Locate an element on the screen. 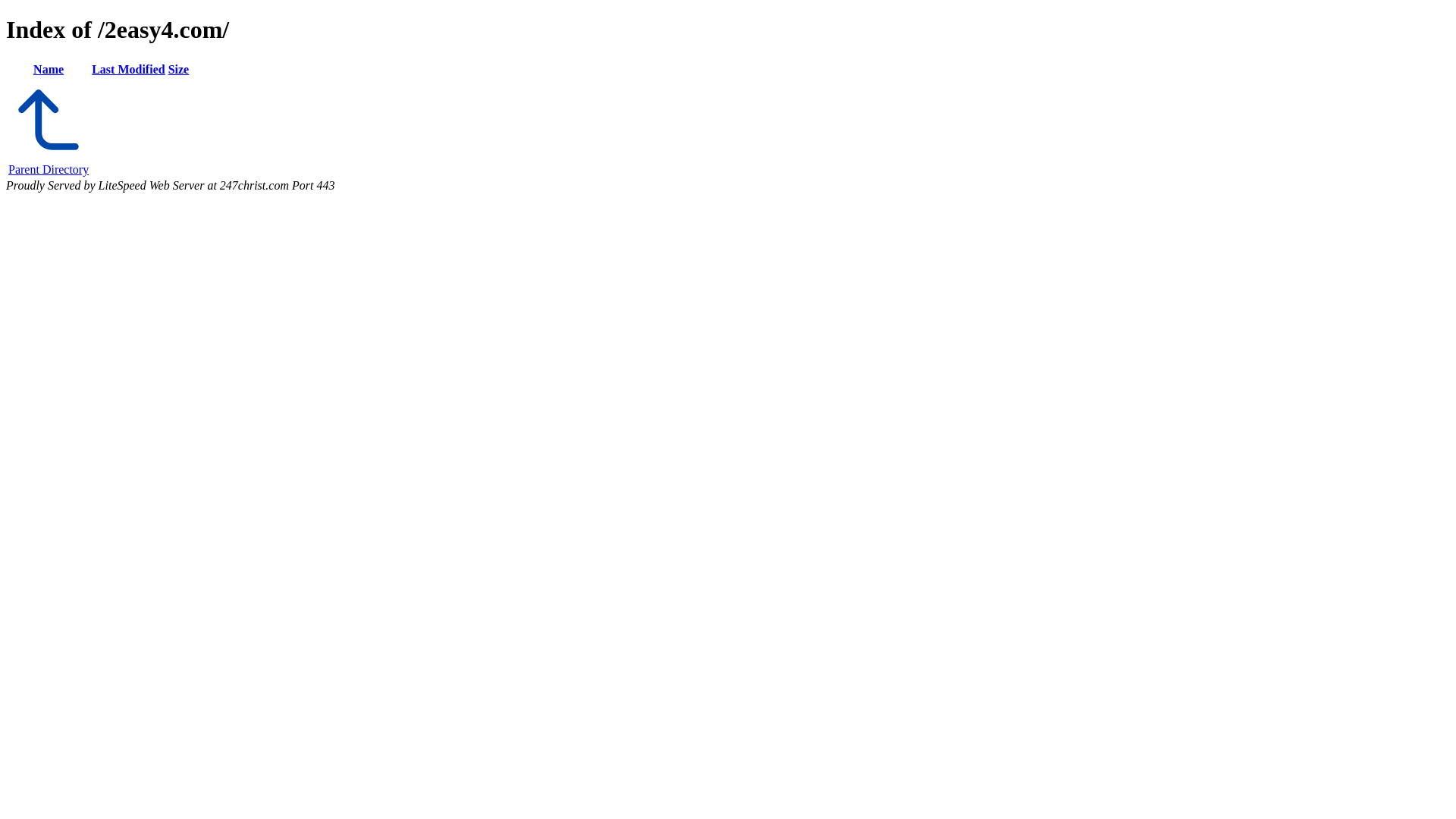  'Last Modified' is located at coordinates (127, 69).